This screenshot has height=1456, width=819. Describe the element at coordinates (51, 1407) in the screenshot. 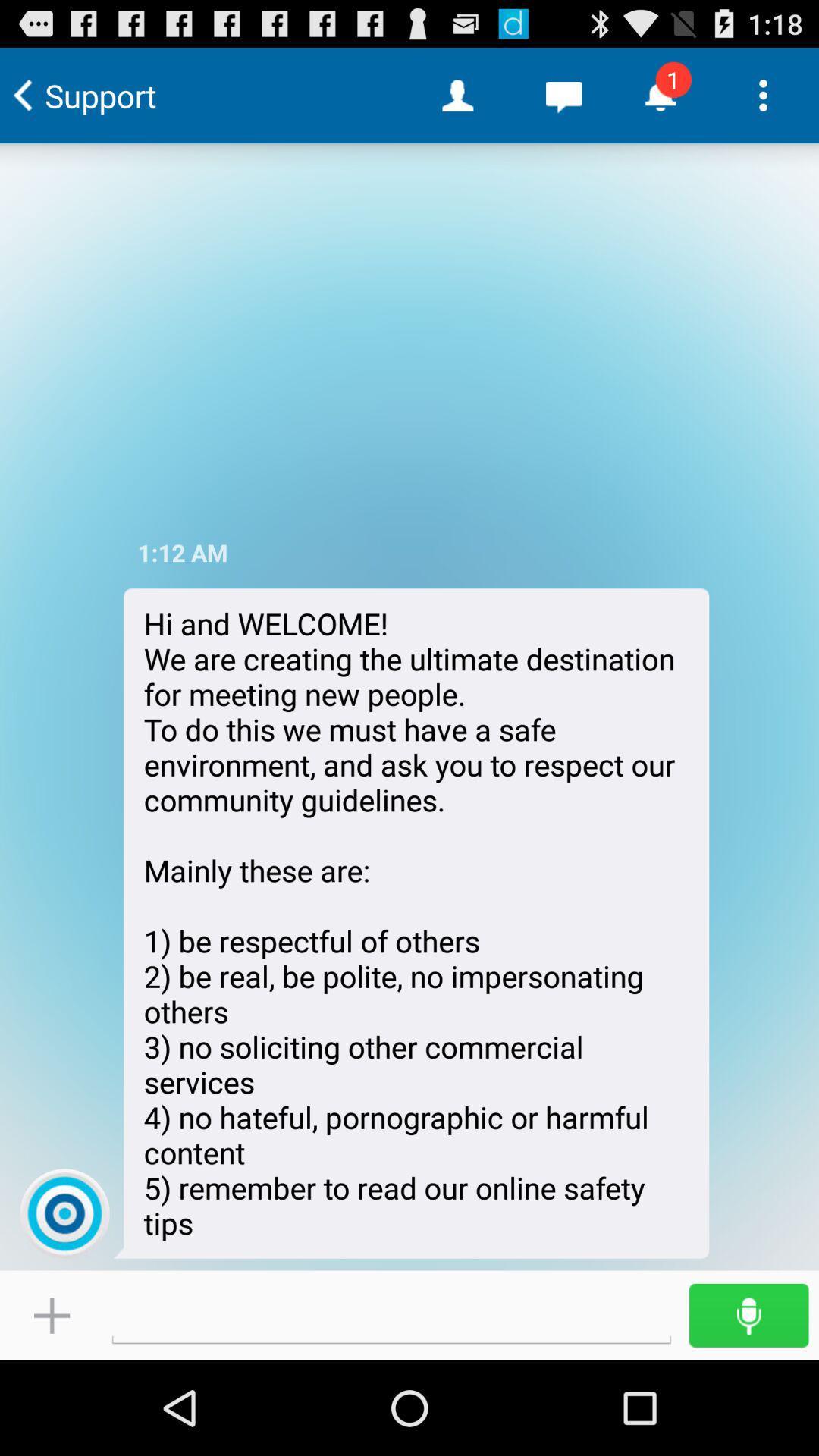

I see `the add icon` at that location.